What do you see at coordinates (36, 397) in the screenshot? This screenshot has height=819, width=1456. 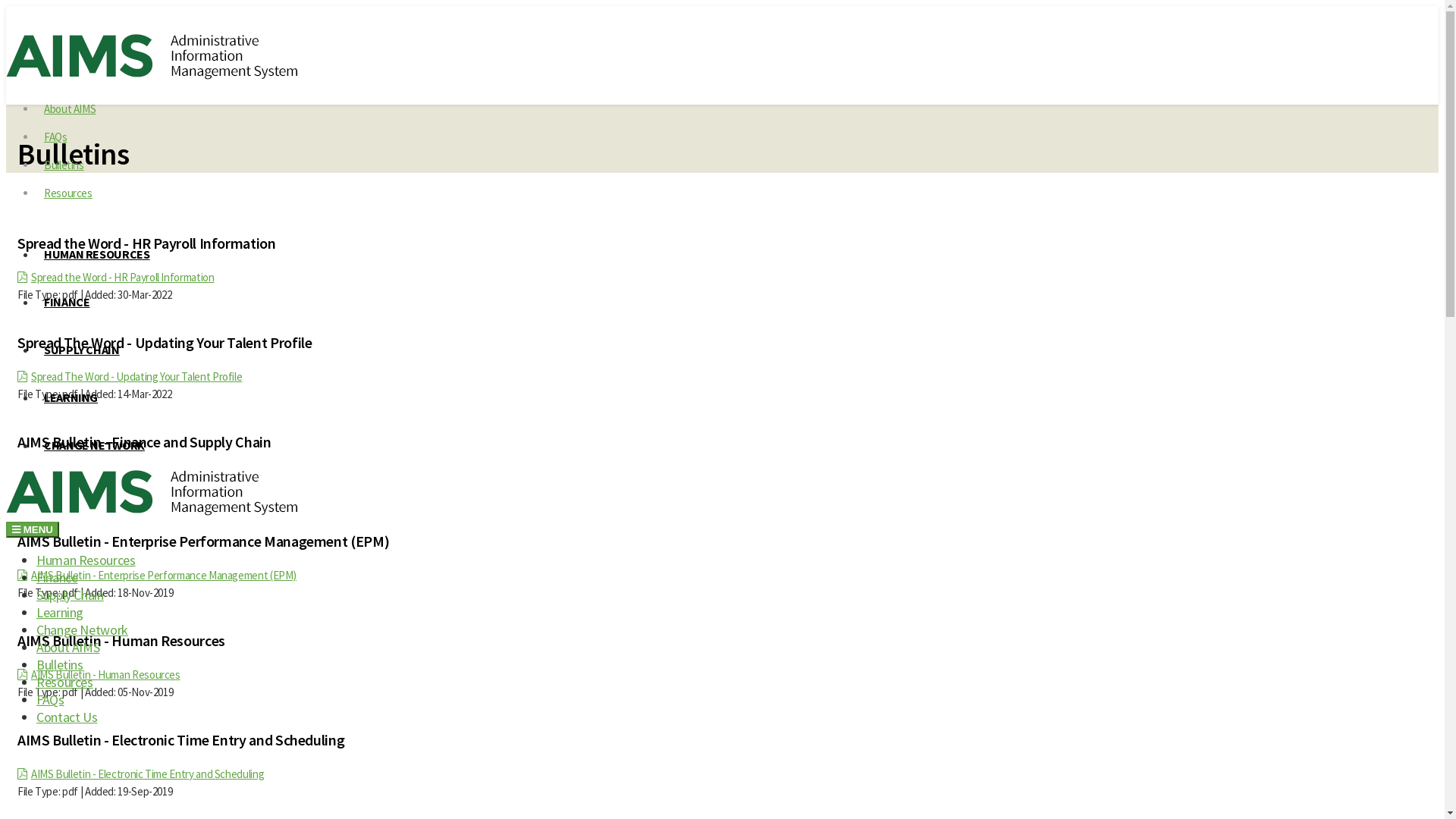 I see `'LEARNING'` at bounding box center [36, 397].